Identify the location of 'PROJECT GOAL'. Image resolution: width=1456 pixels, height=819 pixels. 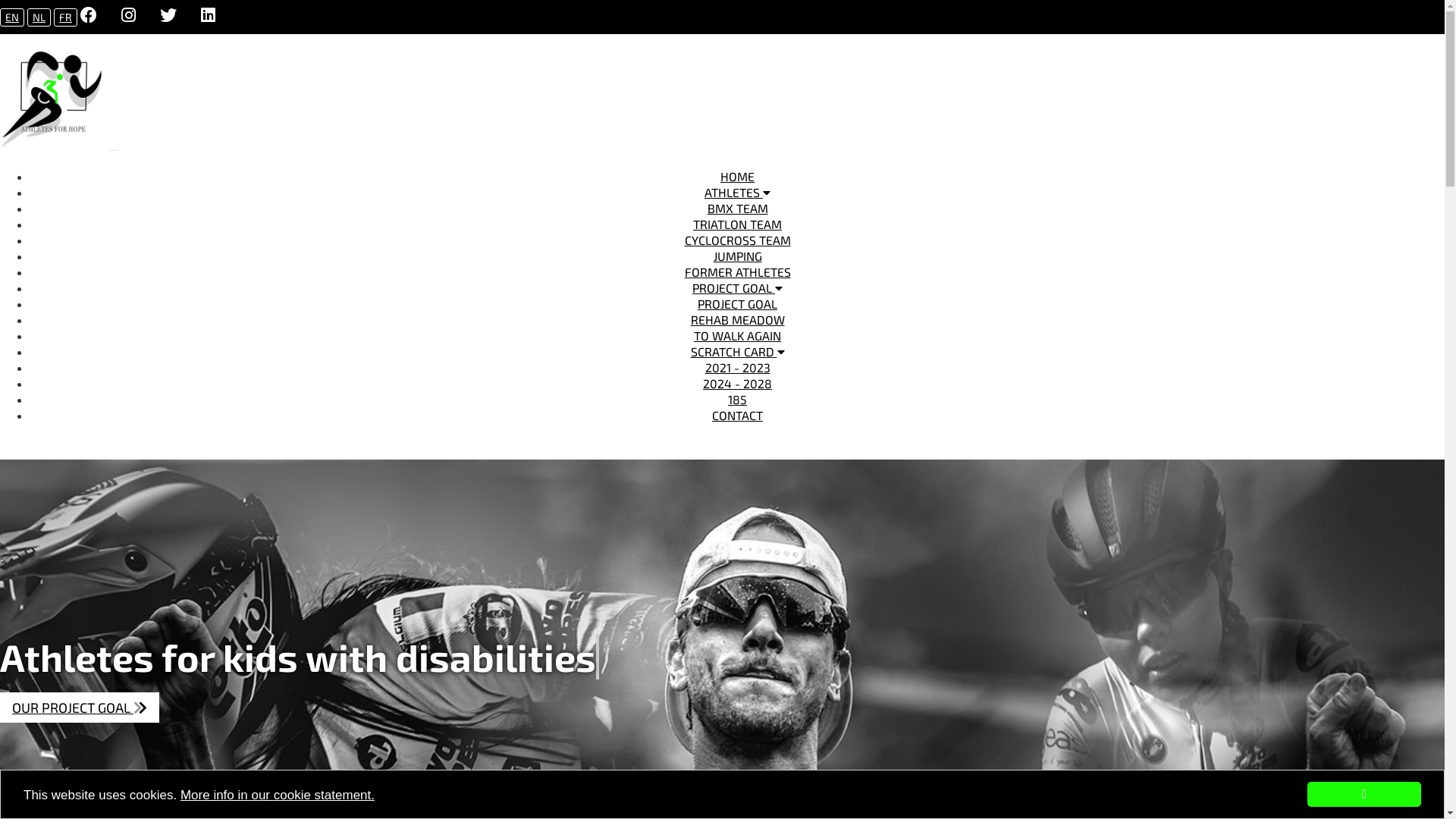
(737, 303).